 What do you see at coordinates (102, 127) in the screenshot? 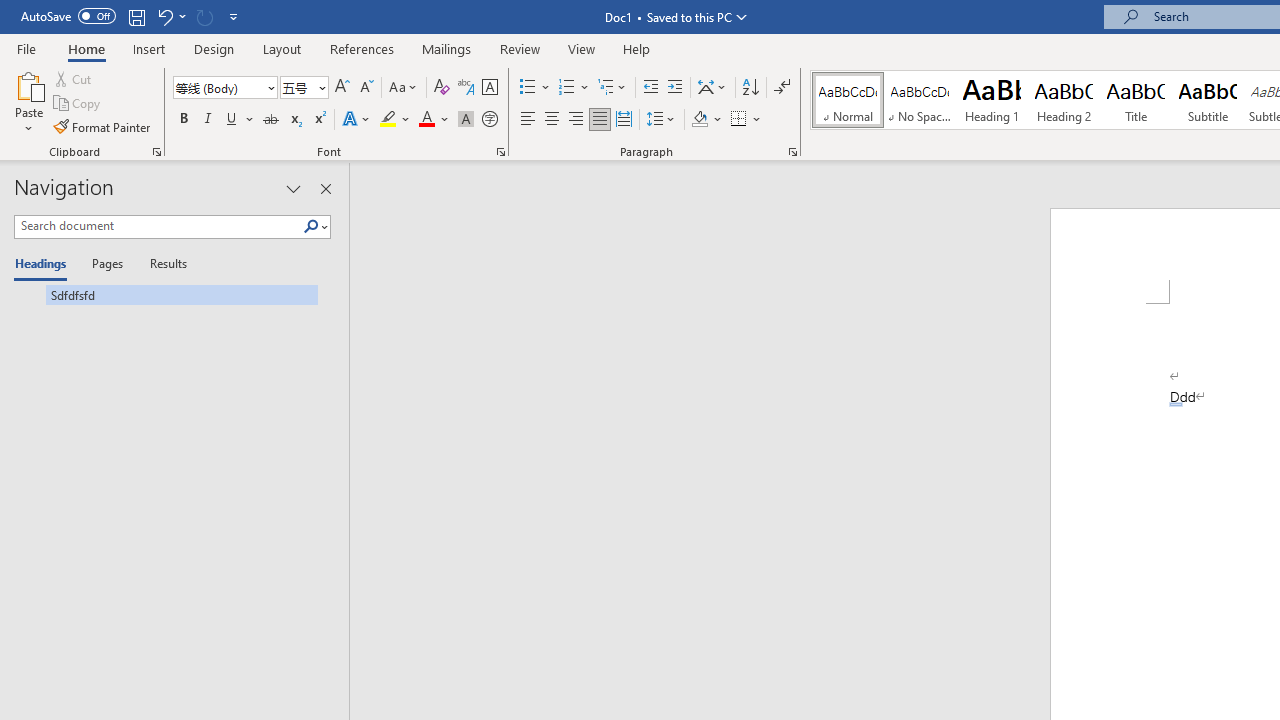
I see `'Format Painter'` at bounding box center [102, 127].